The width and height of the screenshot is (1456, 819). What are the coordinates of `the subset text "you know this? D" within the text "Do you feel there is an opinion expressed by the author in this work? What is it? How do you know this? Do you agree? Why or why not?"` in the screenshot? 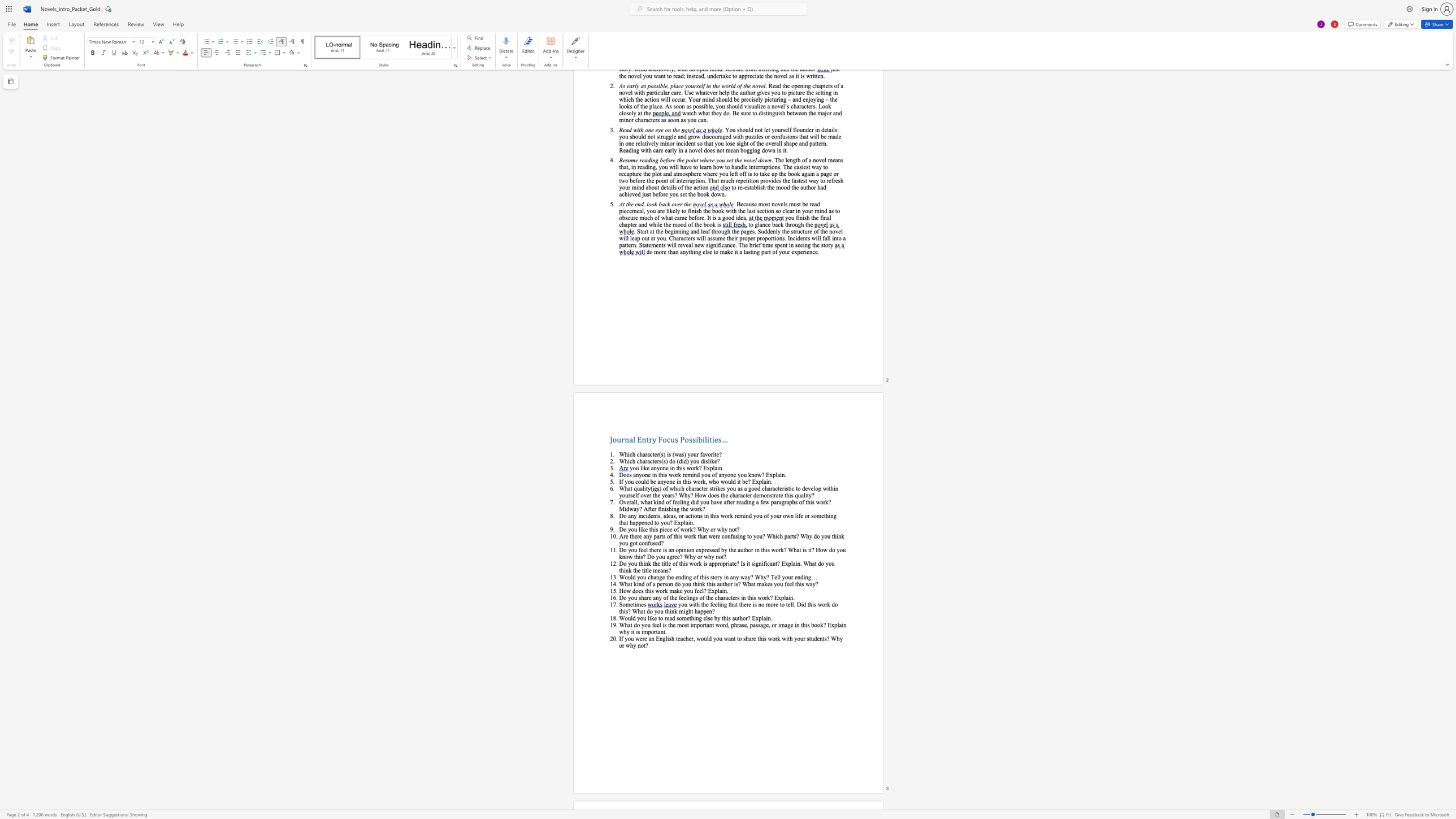 It's located at (836, 549).